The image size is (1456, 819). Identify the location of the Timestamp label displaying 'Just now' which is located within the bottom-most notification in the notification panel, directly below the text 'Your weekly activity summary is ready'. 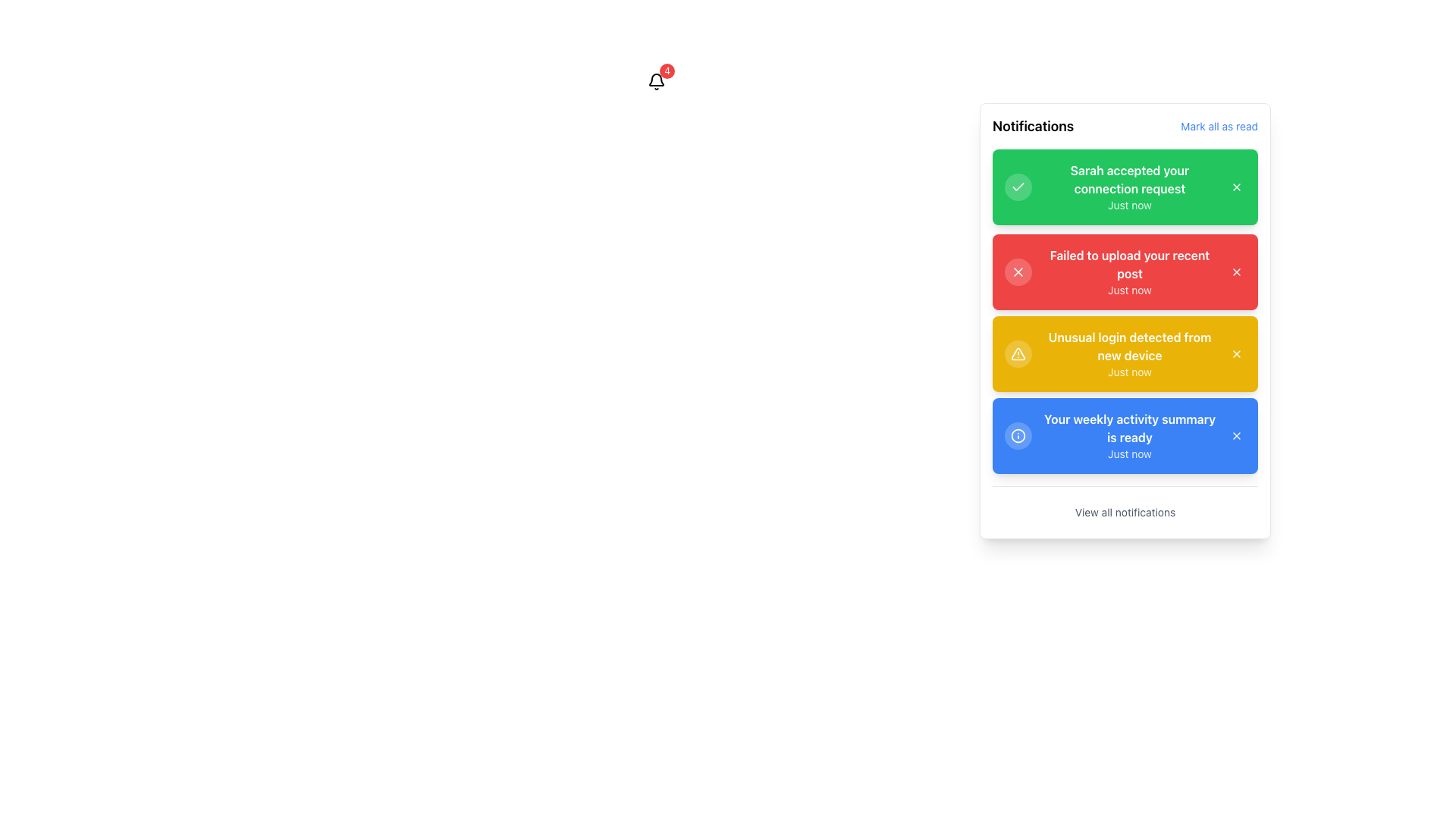
(1129, 453).